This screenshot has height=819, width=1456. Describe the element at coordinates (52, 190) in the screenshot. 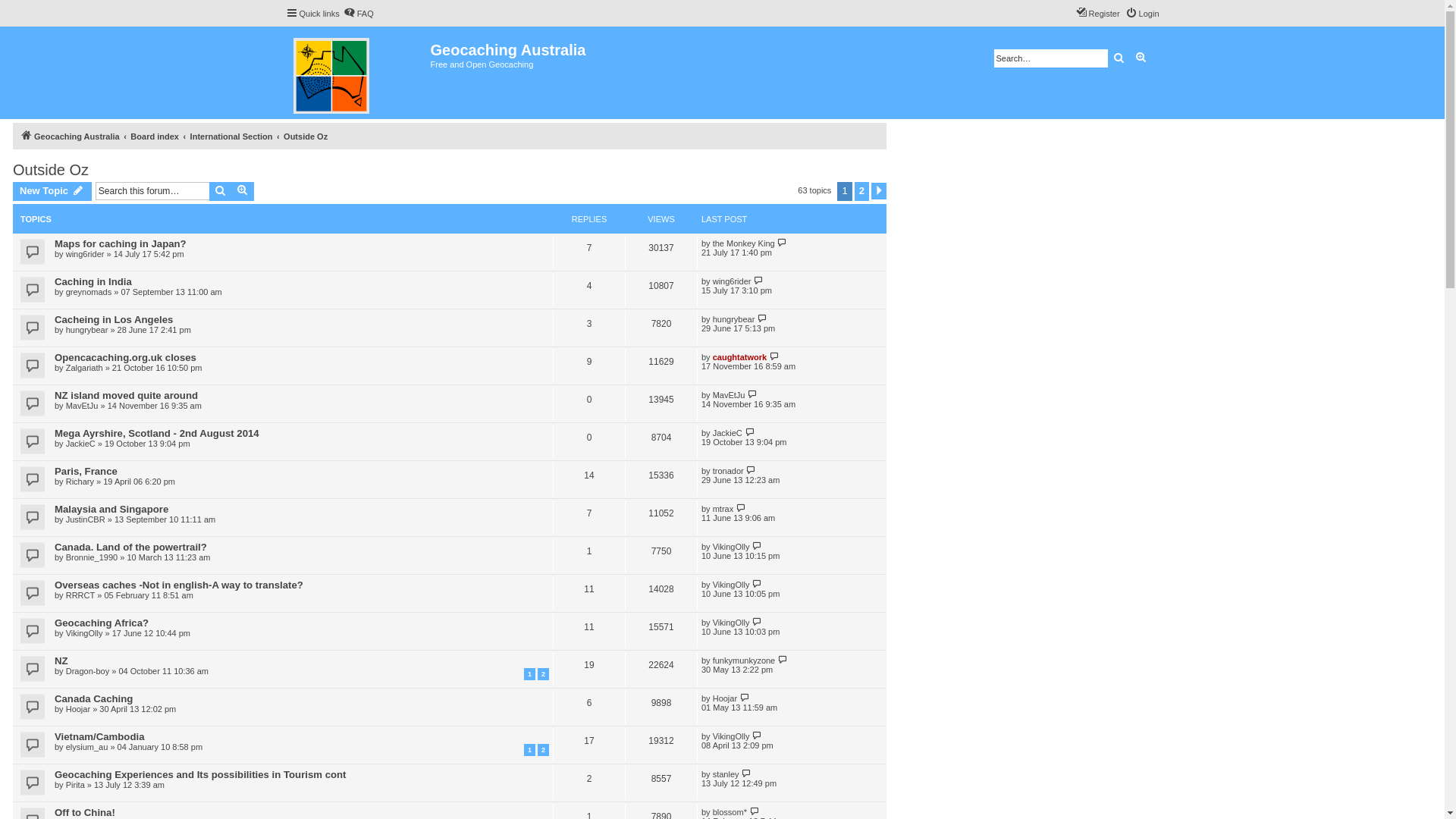

I see `'New Topic'` at that location.